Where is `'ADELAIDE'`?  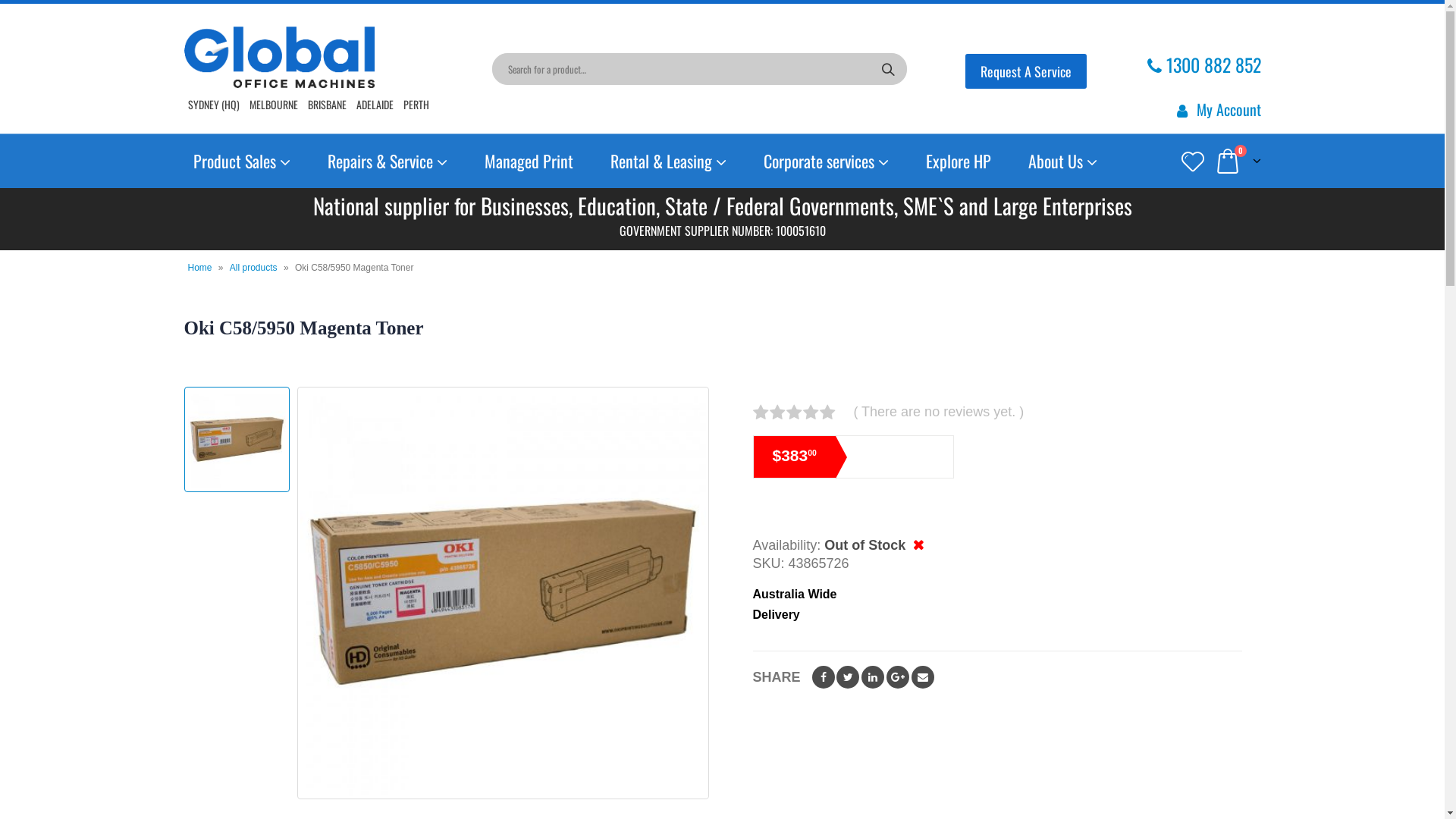 'ADELAIDE' is located at coordinates (356, 103).